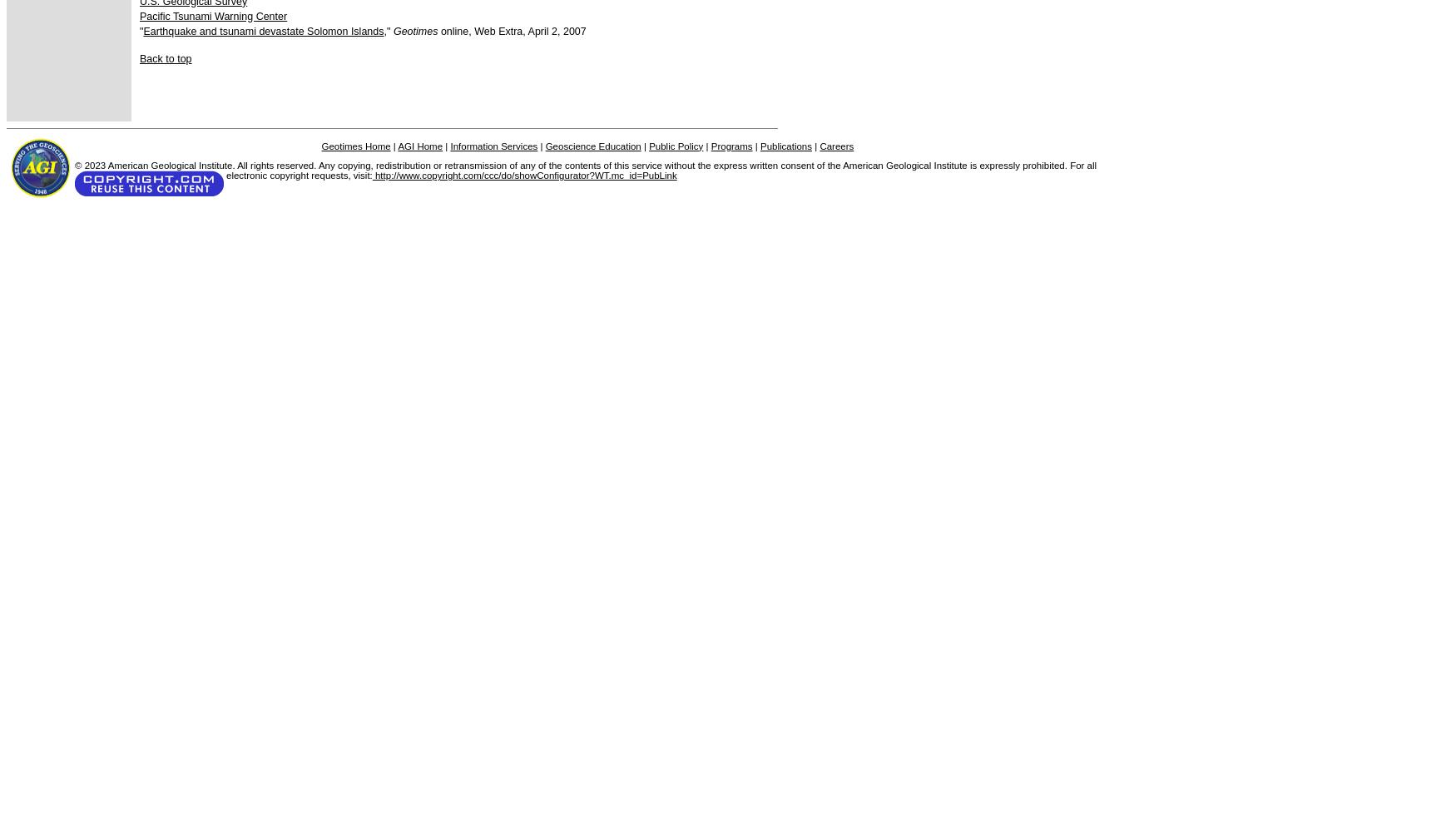 Image resolution: width=1456 pixels, height=832 pixels. Describe the element at coordinates (523, 175) in the screenshot. I see `'http://www.copyright.com/ccc/do/showConfigurator?WT.mc_id=PubLink'` at that location.